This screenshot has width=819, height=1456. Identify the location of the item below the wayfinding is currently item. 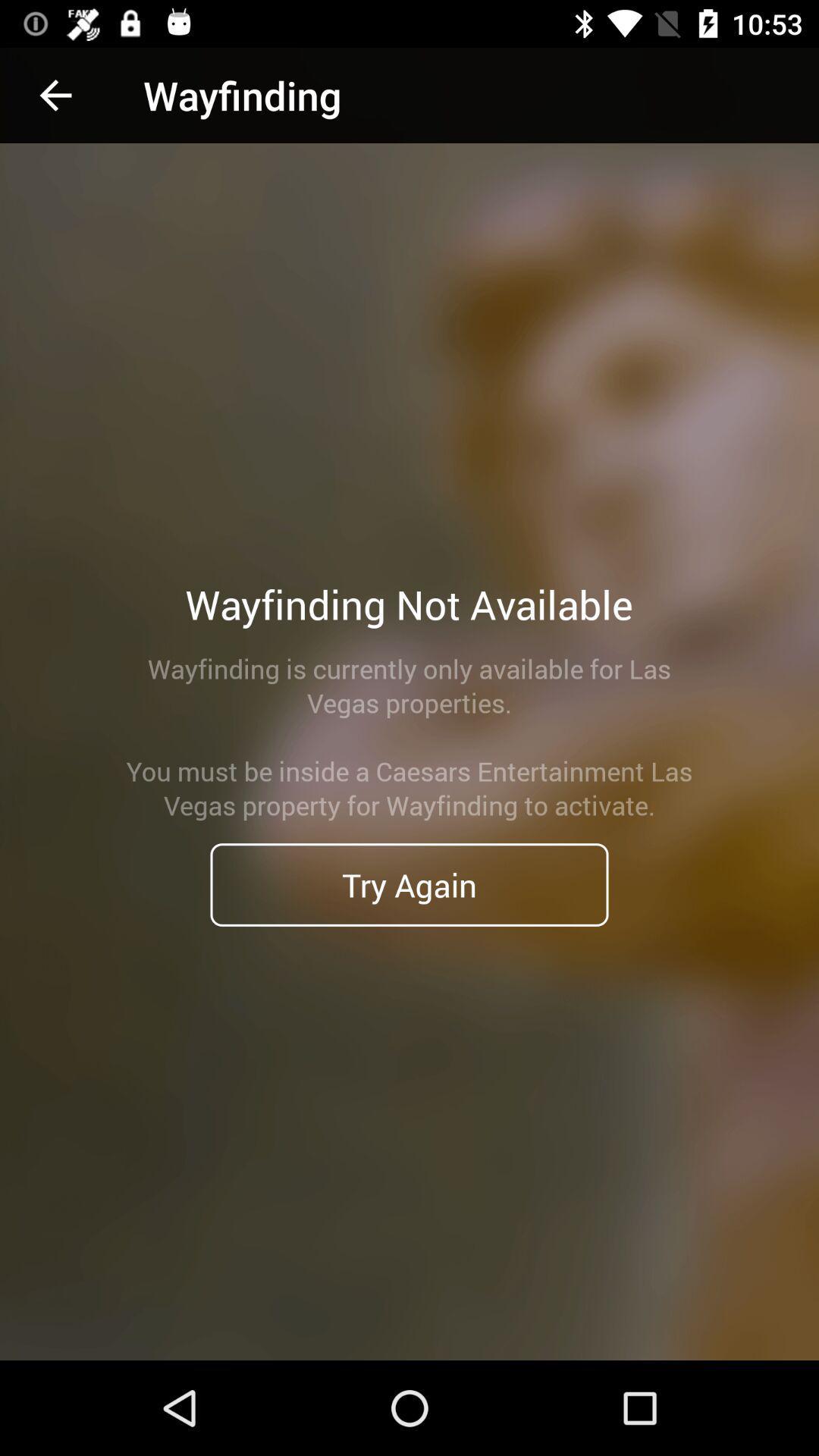
(409, 884).